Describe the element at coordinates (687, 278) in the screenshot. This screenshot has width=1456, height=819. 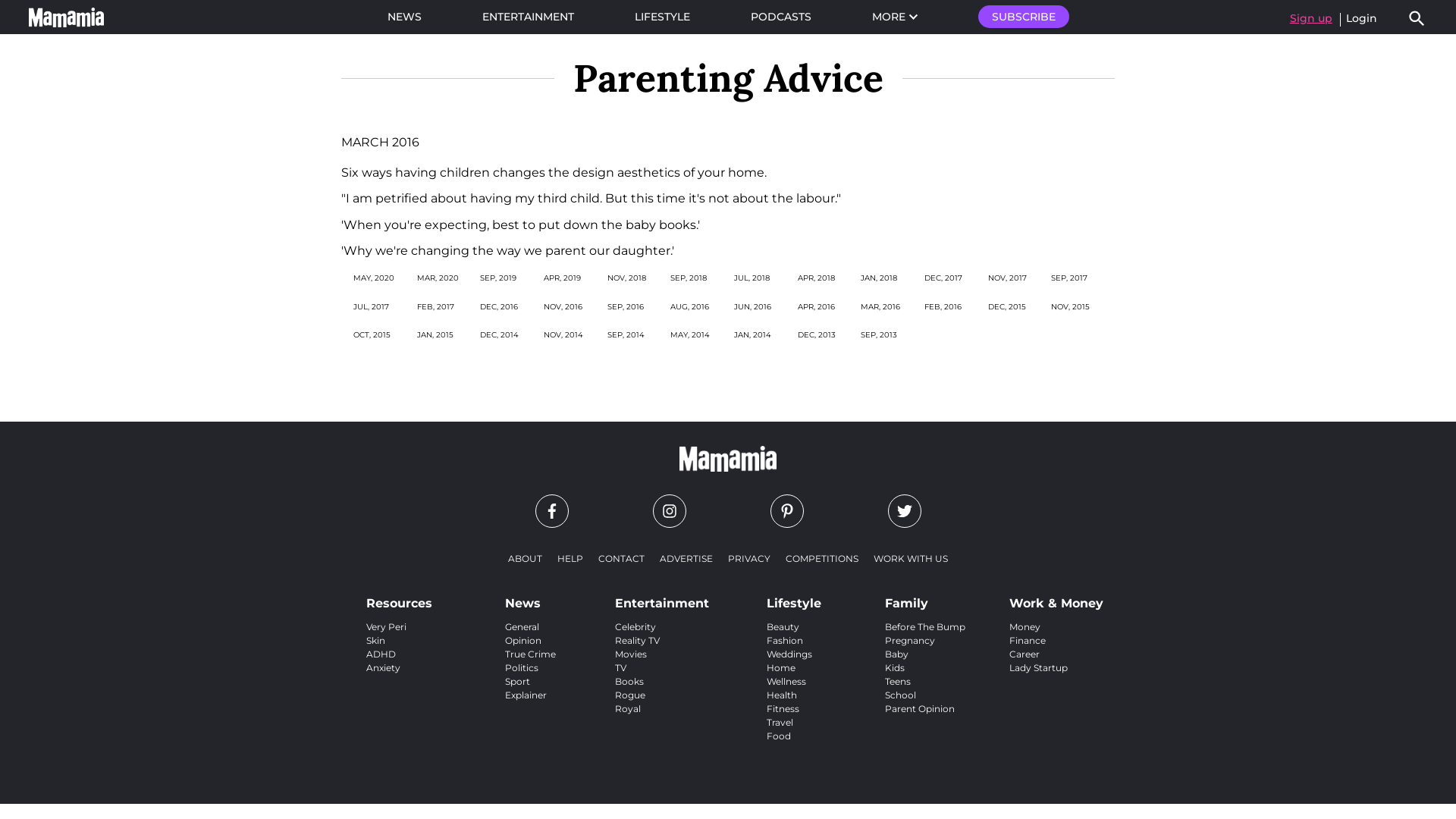
I see `'SEP, 2018'` at that location.